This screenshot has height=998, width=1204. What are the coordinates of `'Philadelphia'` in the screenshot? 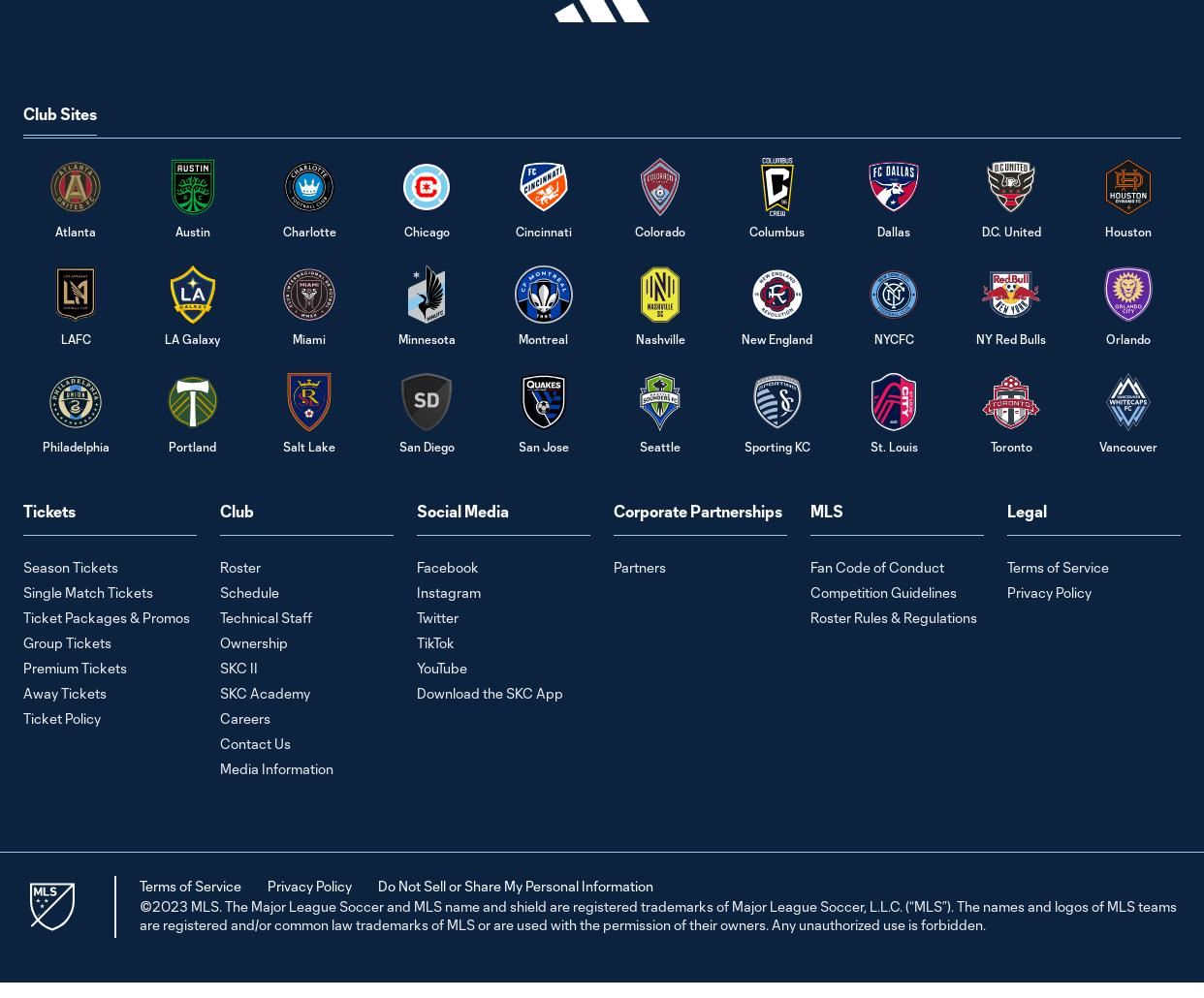 It's located at (75, 444).